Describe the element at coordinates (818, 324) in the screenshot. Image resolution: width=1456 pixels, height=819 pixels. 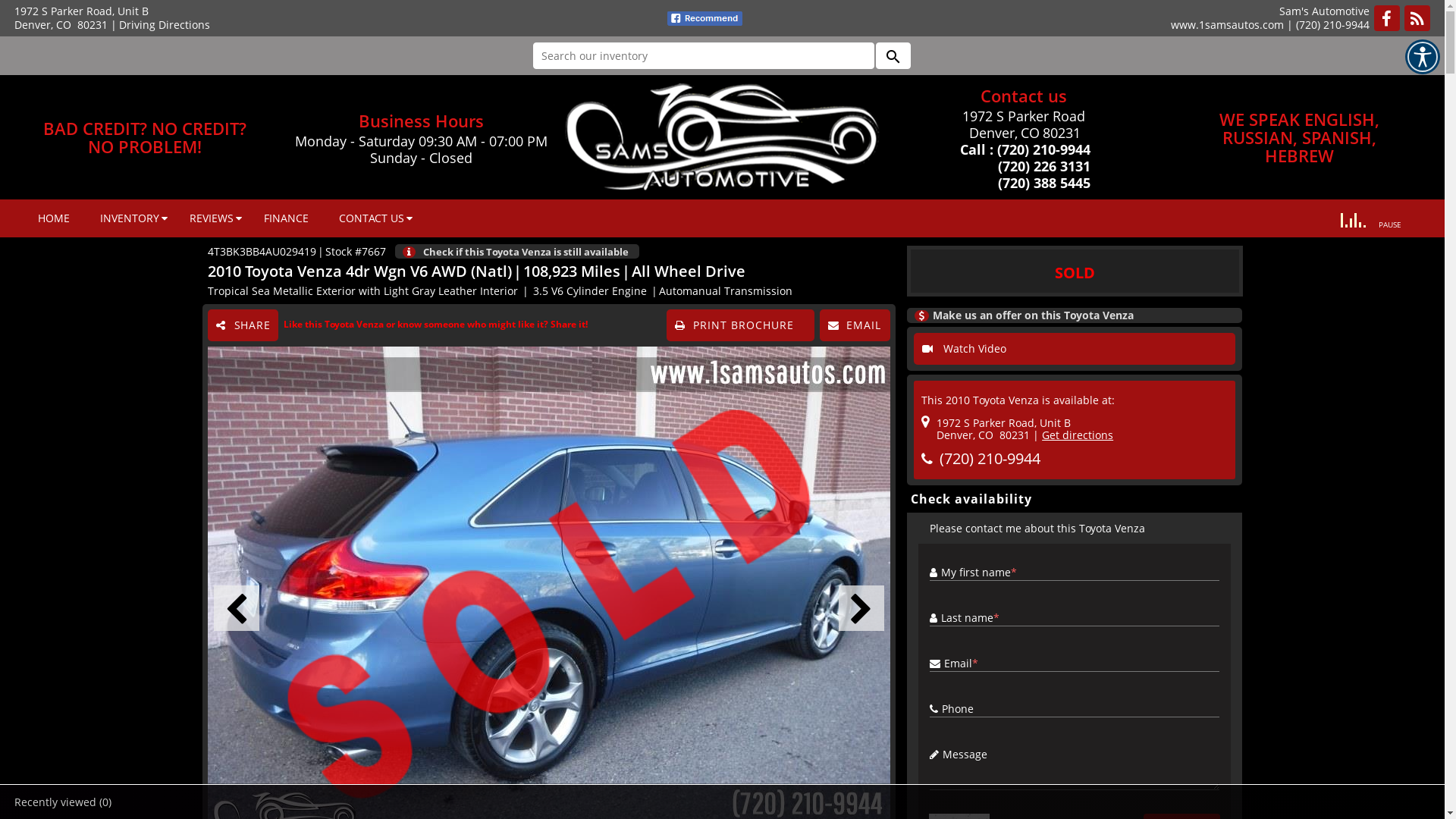
I see `'EMAIL'` at that location.